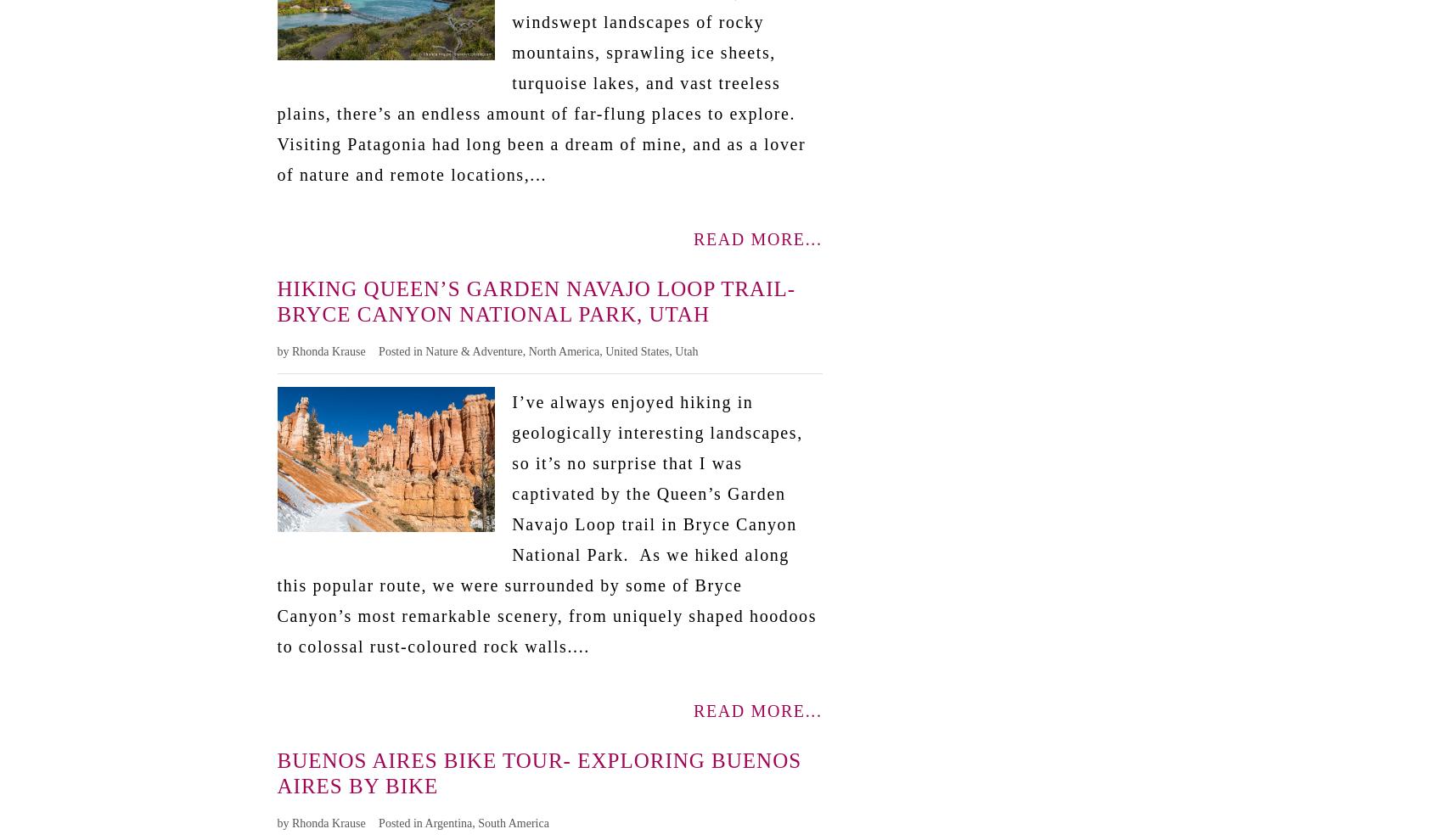 The height and width of the screenshot is (840, 1439). I want to click on 'Nature & Adventure', so click(473, 350).